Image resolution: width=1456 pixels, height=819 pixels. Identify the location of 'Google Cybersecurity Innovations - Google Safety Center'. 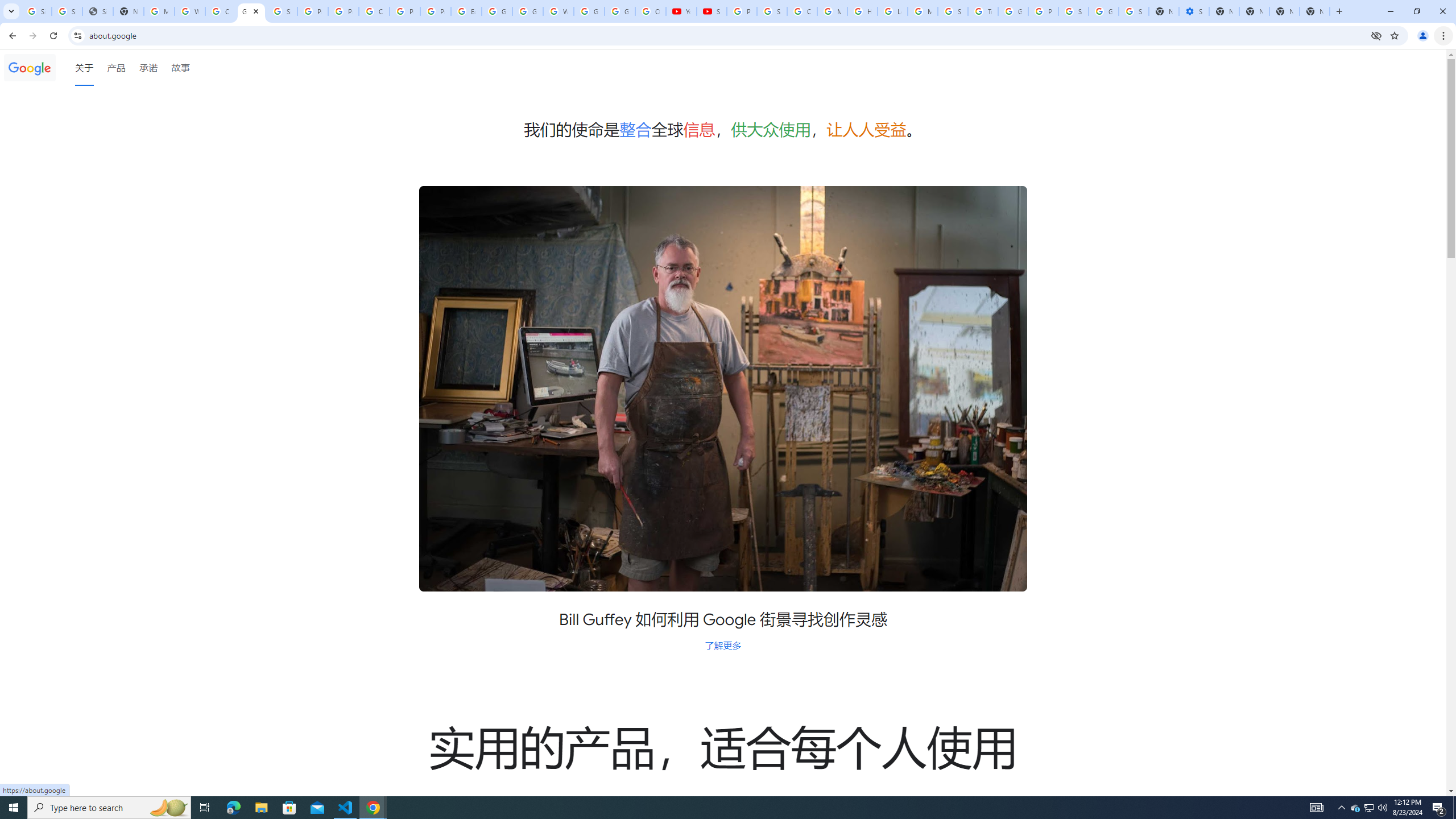
(1103, 11).